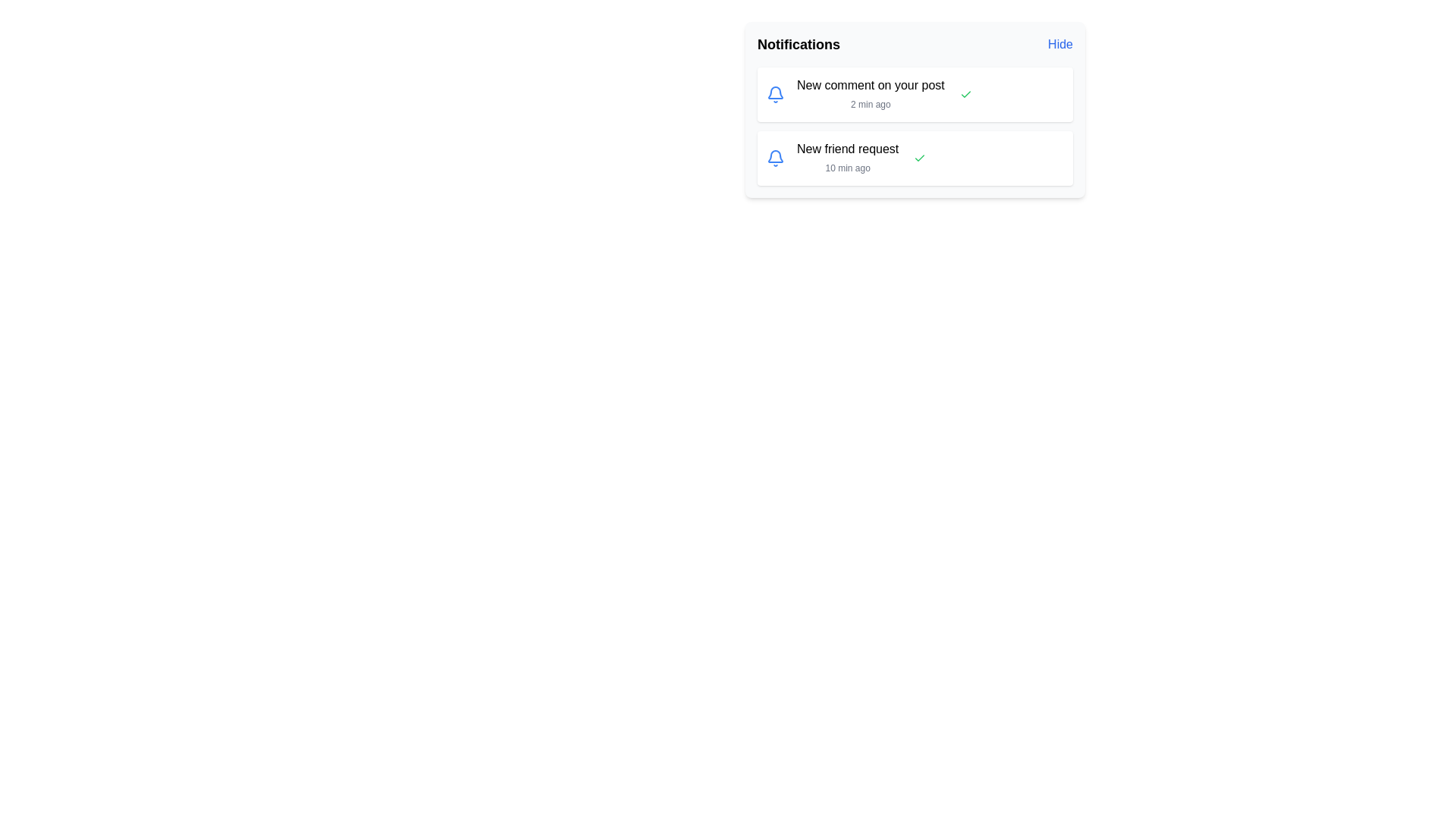  What do you see at coordinates (847, 149) in the screenshot?
I see `the non-interactive text element displaying 'New friend request', which is located underneath the 'New comment on your post' notification in the notification panel` at bounding box center [847, 149].